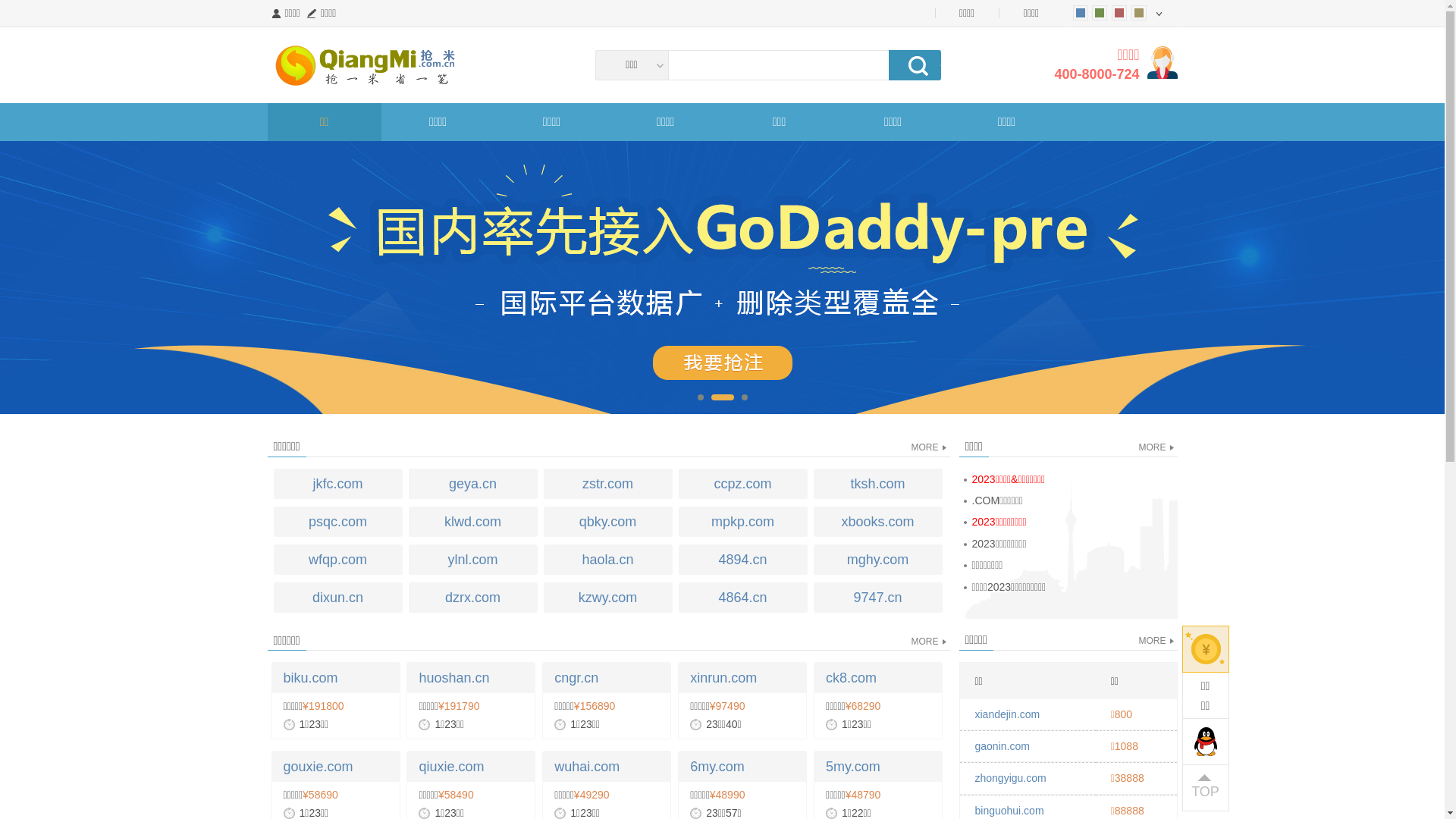 Image resolution: width=1456 pixels, height=819 pixels. What do you see at coordinates (472, 596) in the screenshot?
I see `'dzrx.com'` at bounding box center [472, 596].